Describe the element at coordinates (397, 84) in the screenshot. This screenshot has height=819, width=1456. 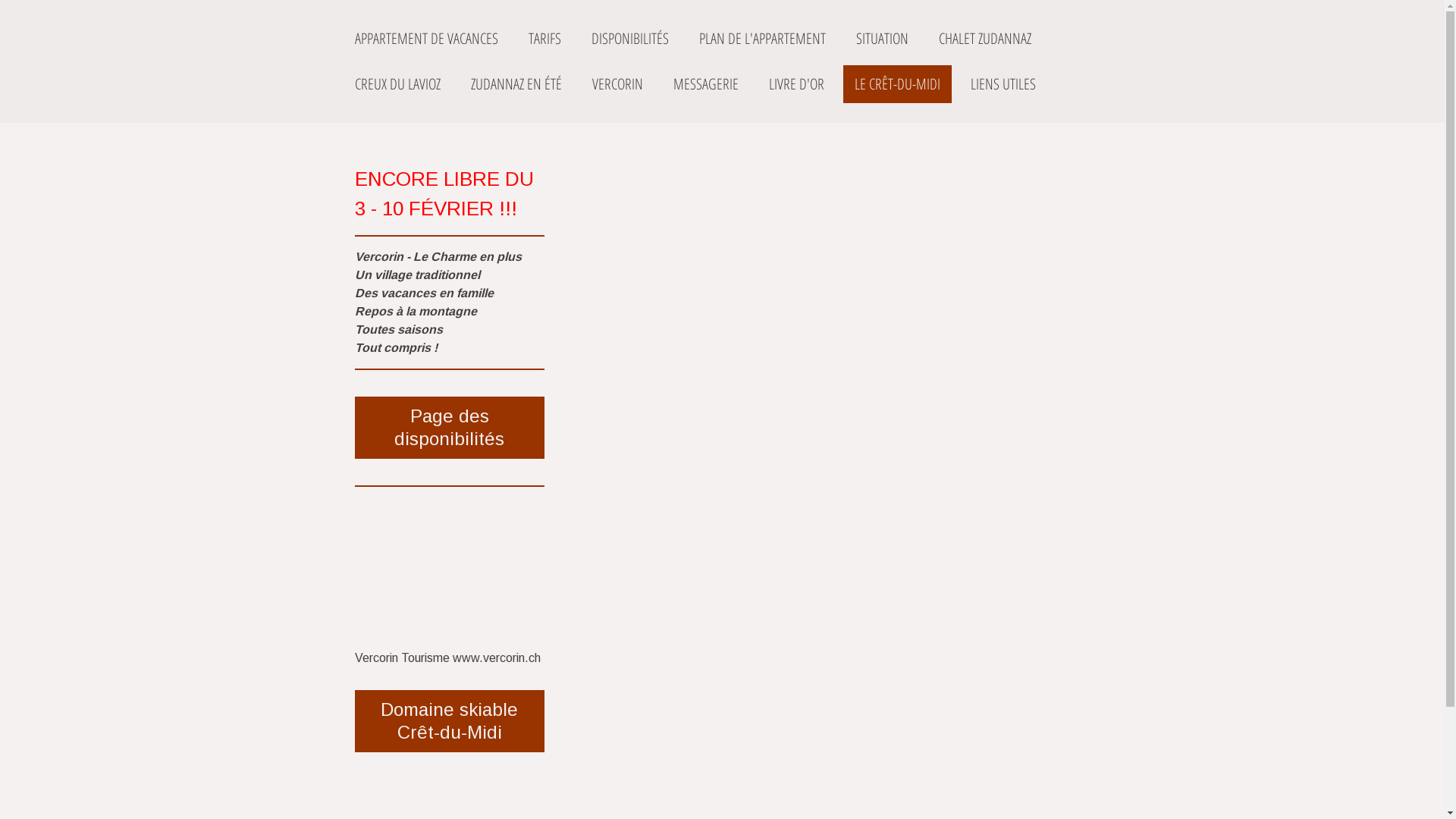
I see `'CREUX DU LAVIOZ'` at that location.